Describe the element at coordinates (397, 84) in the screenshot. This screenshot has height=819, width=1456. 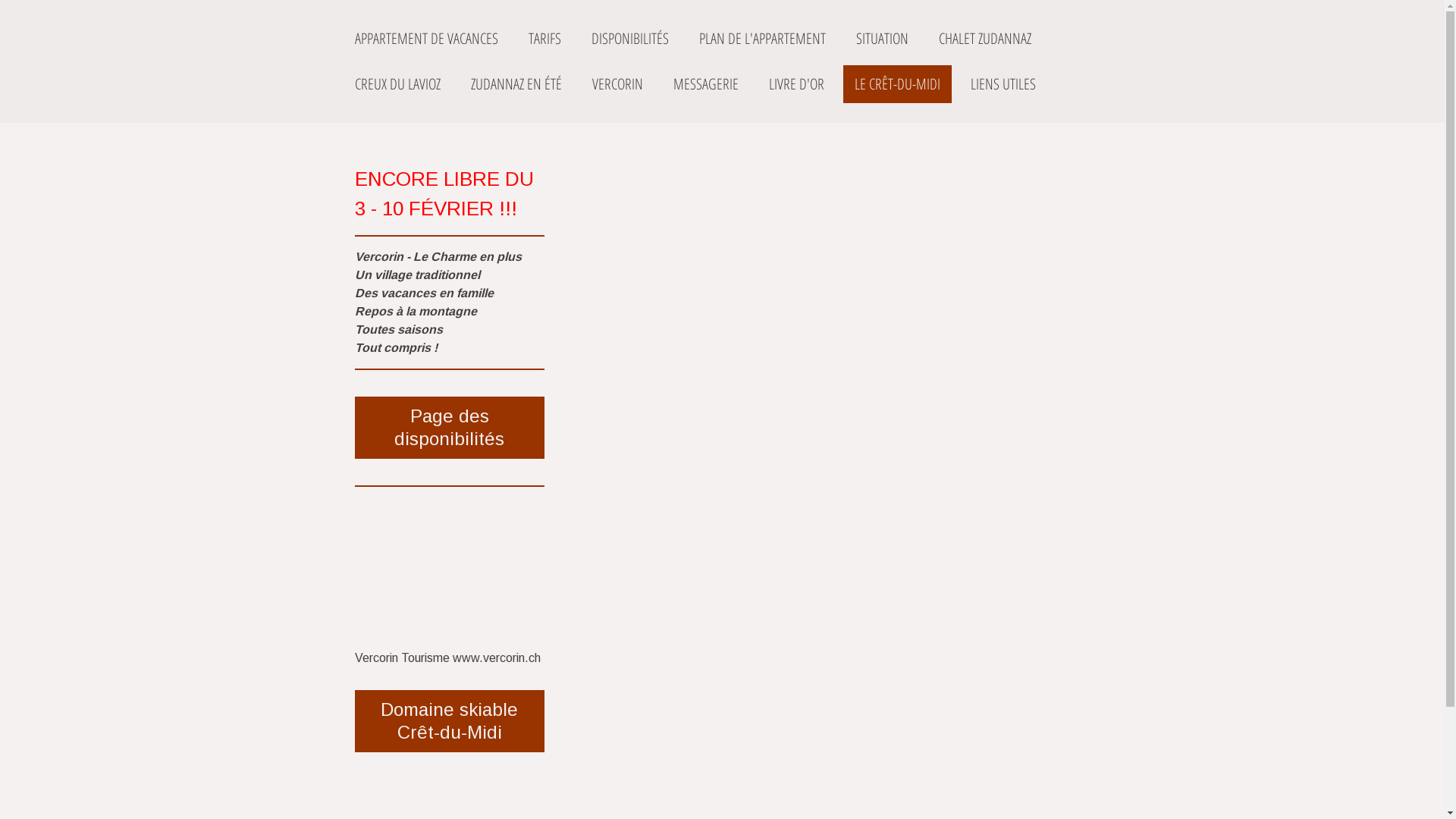
I see `'CREUX DU LAVIOZ'` at that location.